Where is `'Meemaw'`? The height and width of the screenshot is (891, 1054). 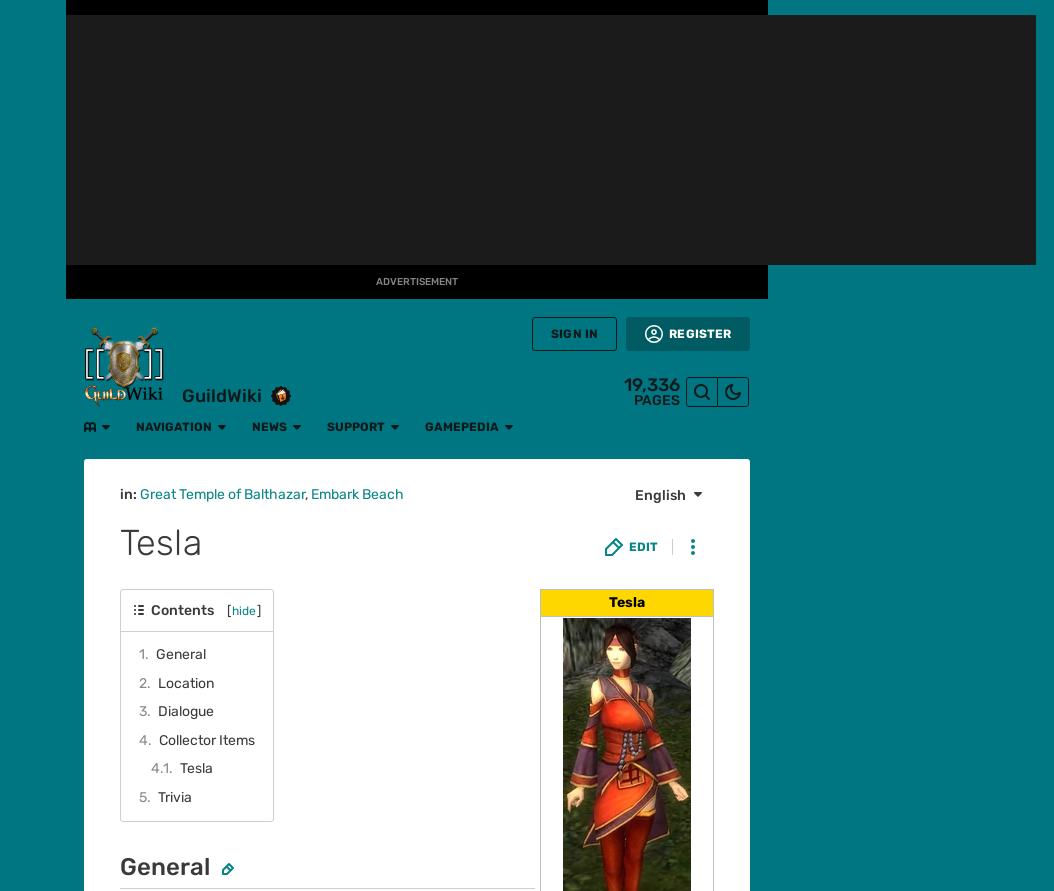 'Meemaw' is located at coordinates (578, 474).